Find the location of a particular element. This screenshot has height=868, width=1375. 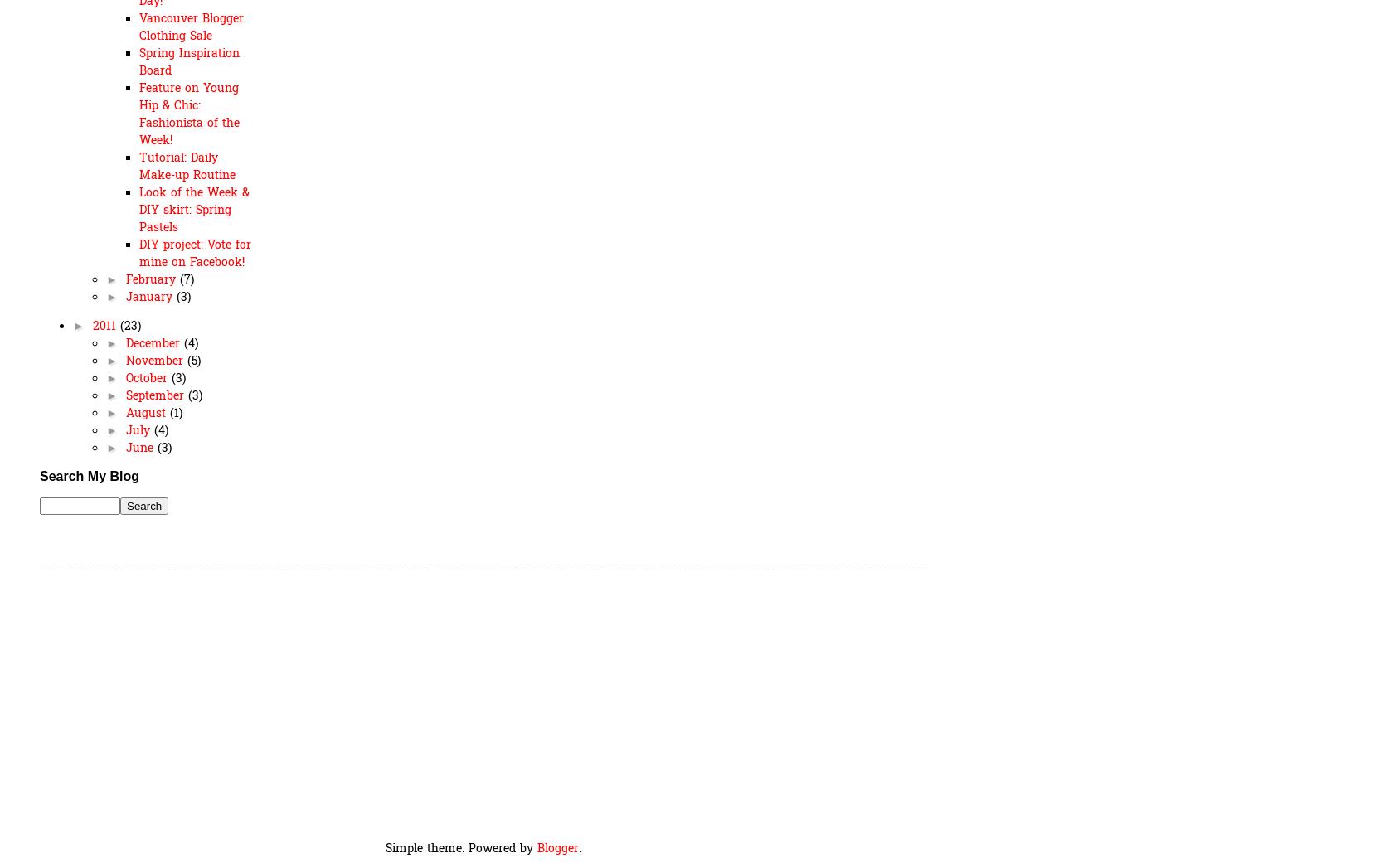

'2011' is located at coordinates (104, 325).